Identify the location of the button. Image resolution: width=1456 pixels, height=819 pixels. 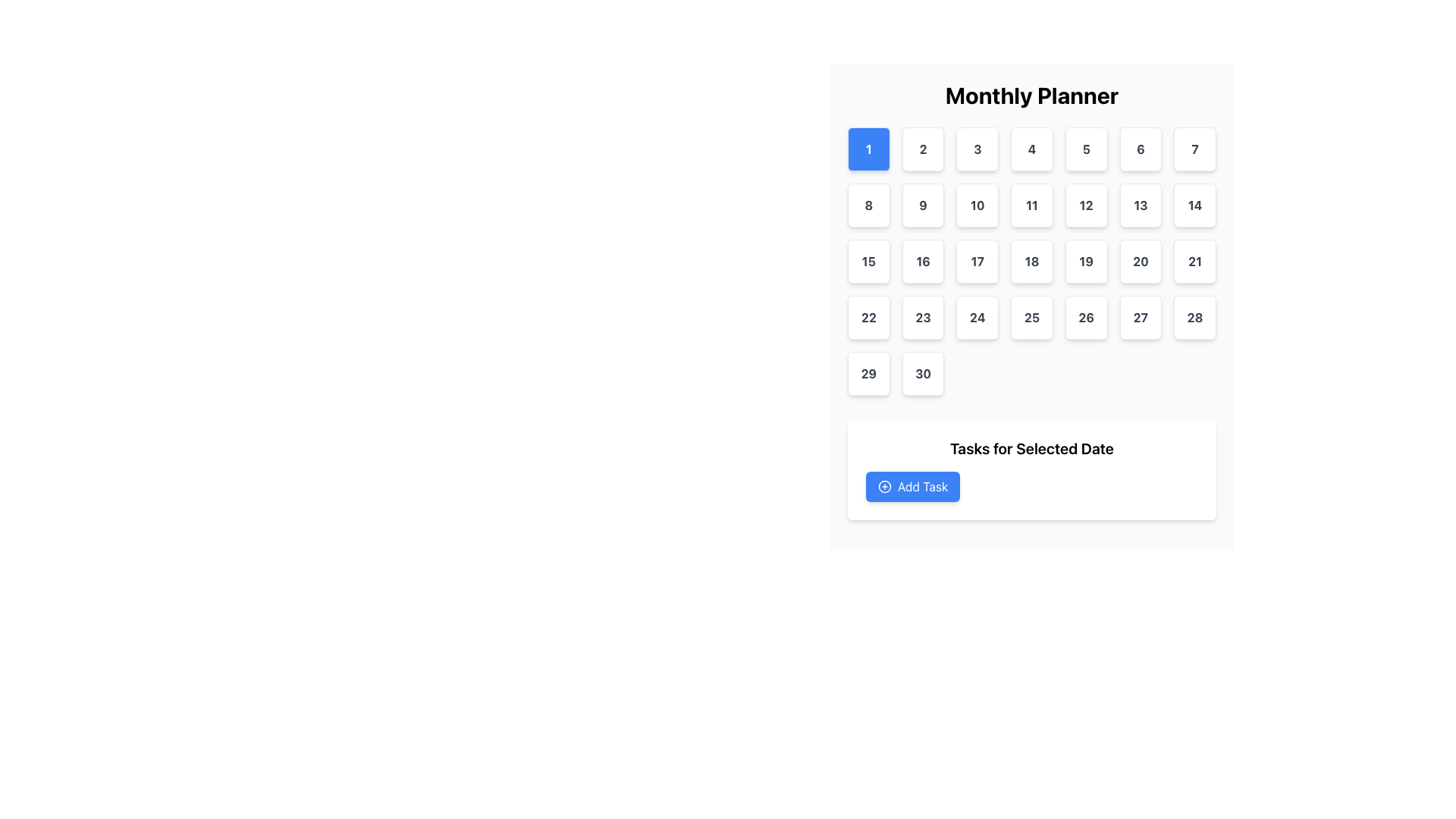
(922, 149).